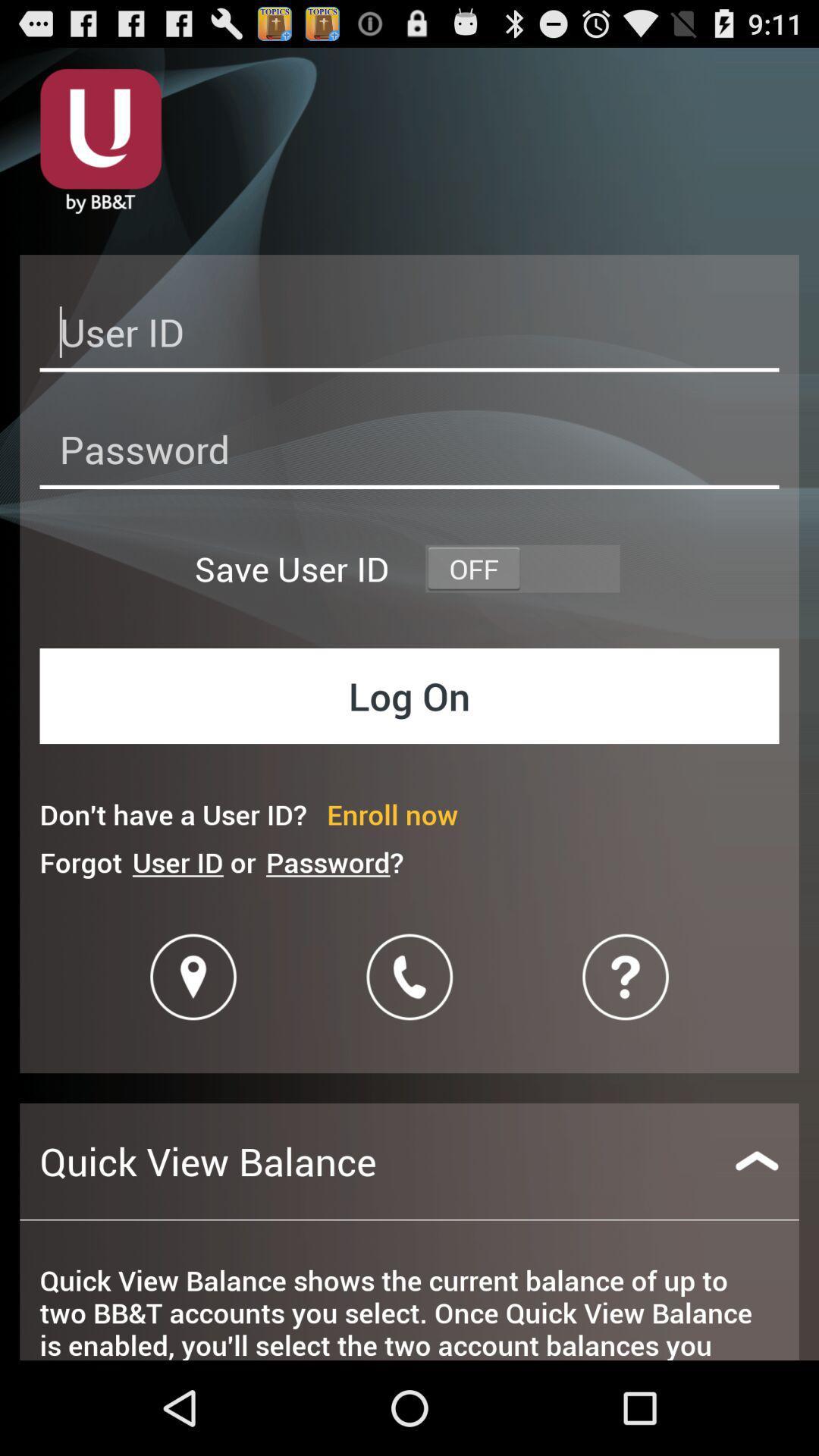 This screenshot has height=1456, width=819. I want to click on the log on item, so click(409, 695).